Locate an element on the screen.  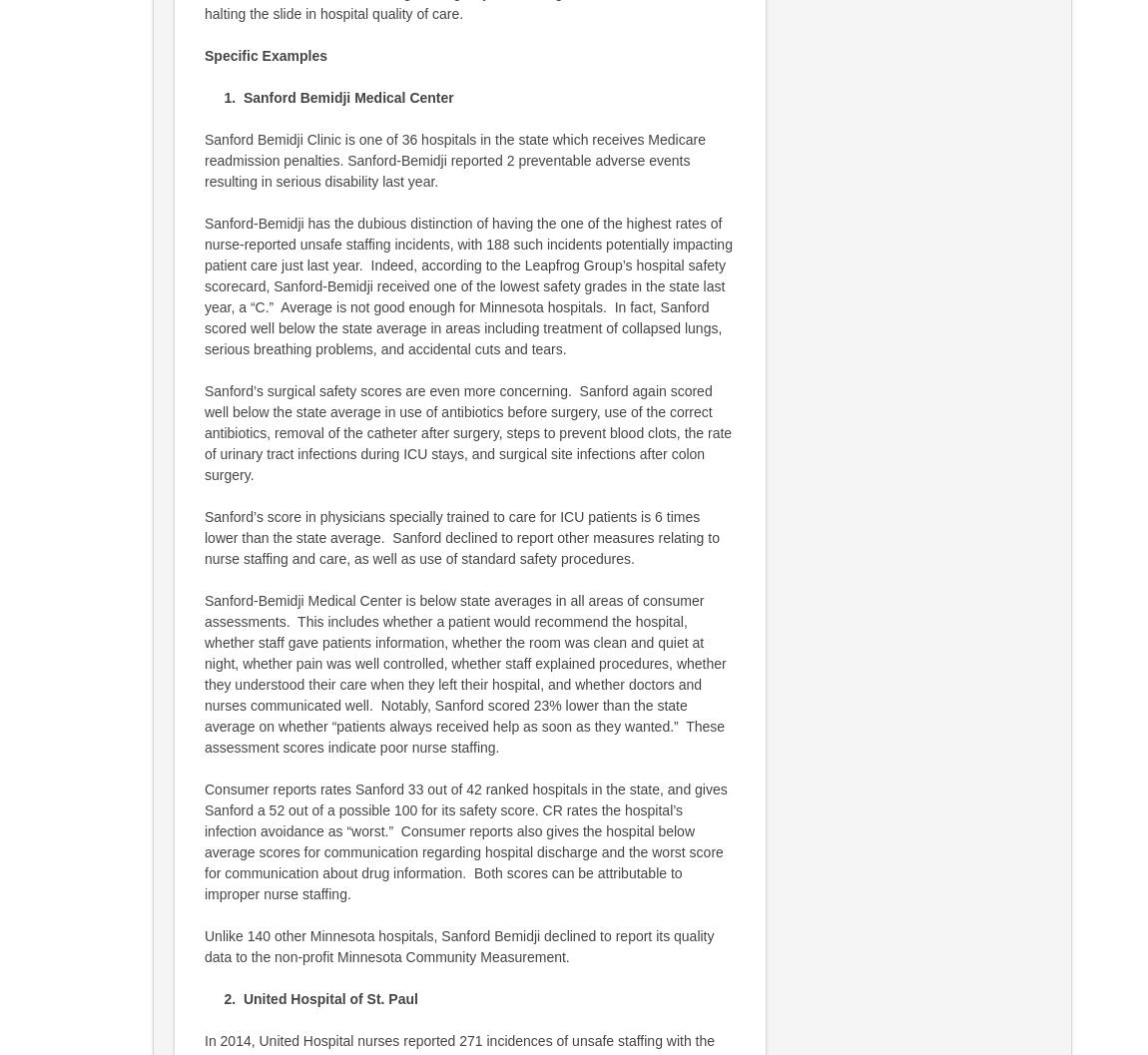
'Unlike 140 other Minnesota hospitals, Sanford Bemidji declined to report its quality data to the non-profit Minnesota Community Measurement.' is located at coordinates (459, 945).